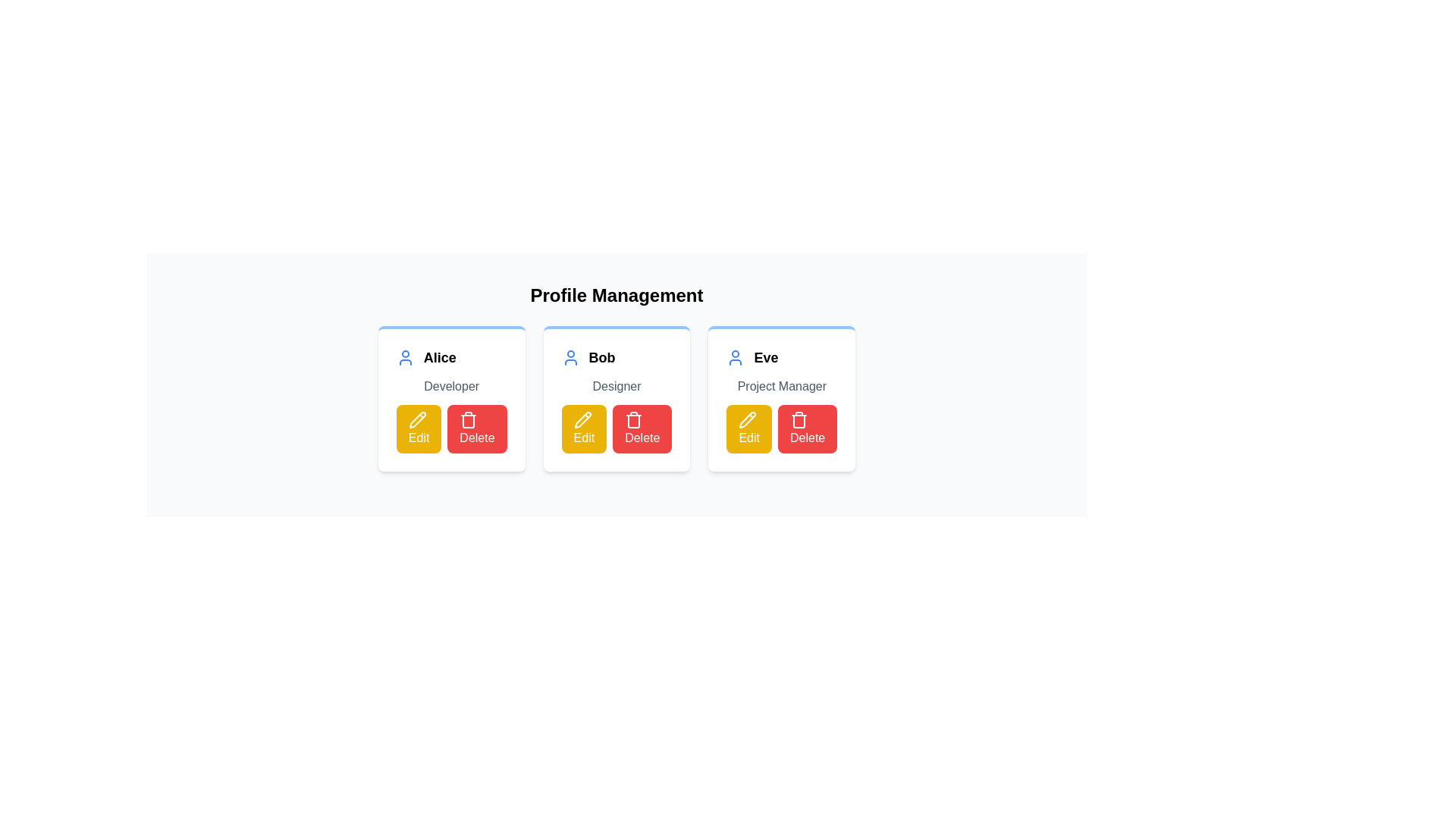 The width and height of the screenshot is (1456, 819). I want to click on the text label displaying the name 'Eve' in bold font, so click(766, 357).